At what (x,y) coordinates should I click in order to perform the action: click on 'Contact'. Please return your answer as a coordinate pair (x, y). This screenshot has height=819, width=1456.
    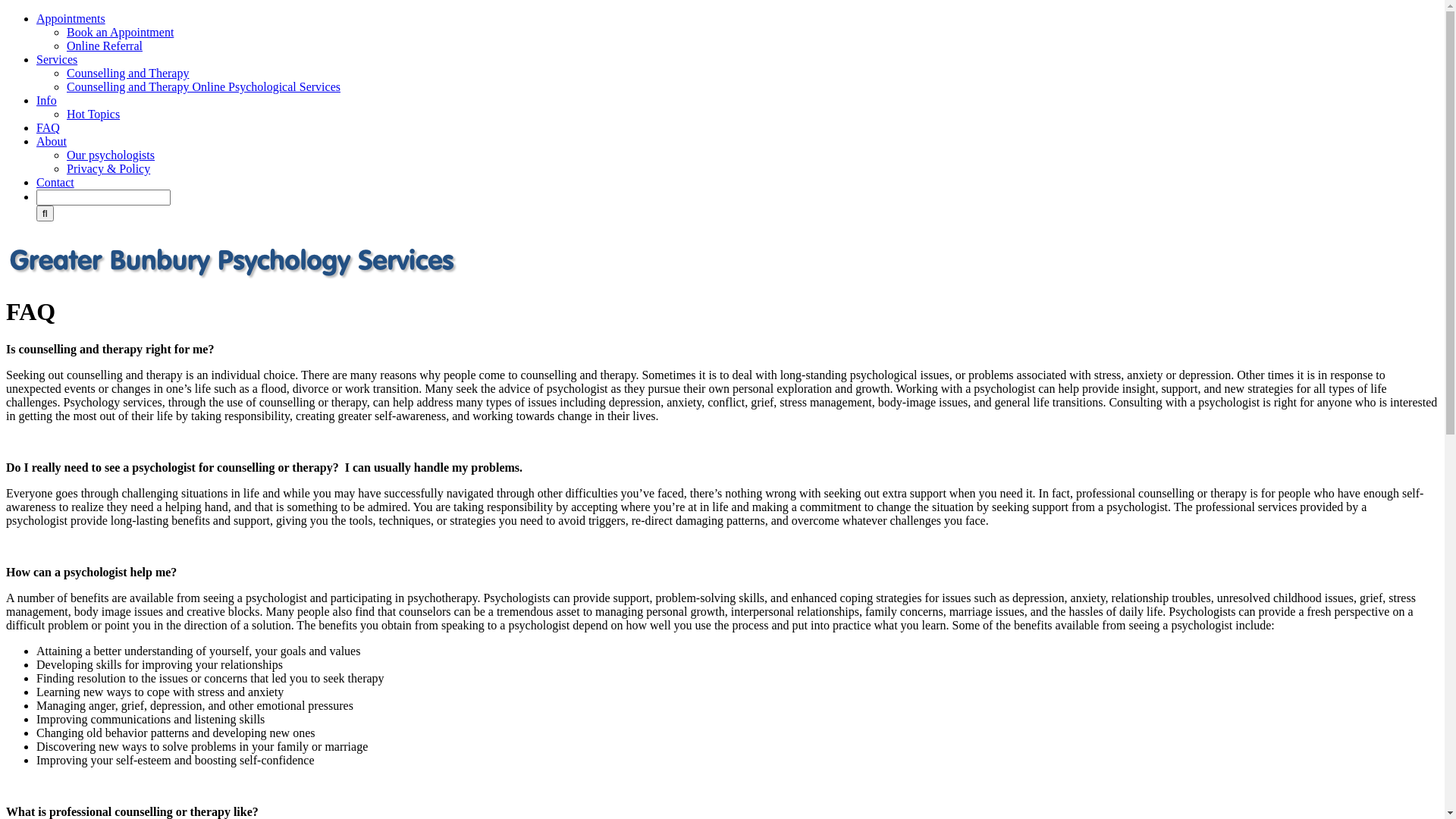
    Looking at the image, I should click on (55, 181).